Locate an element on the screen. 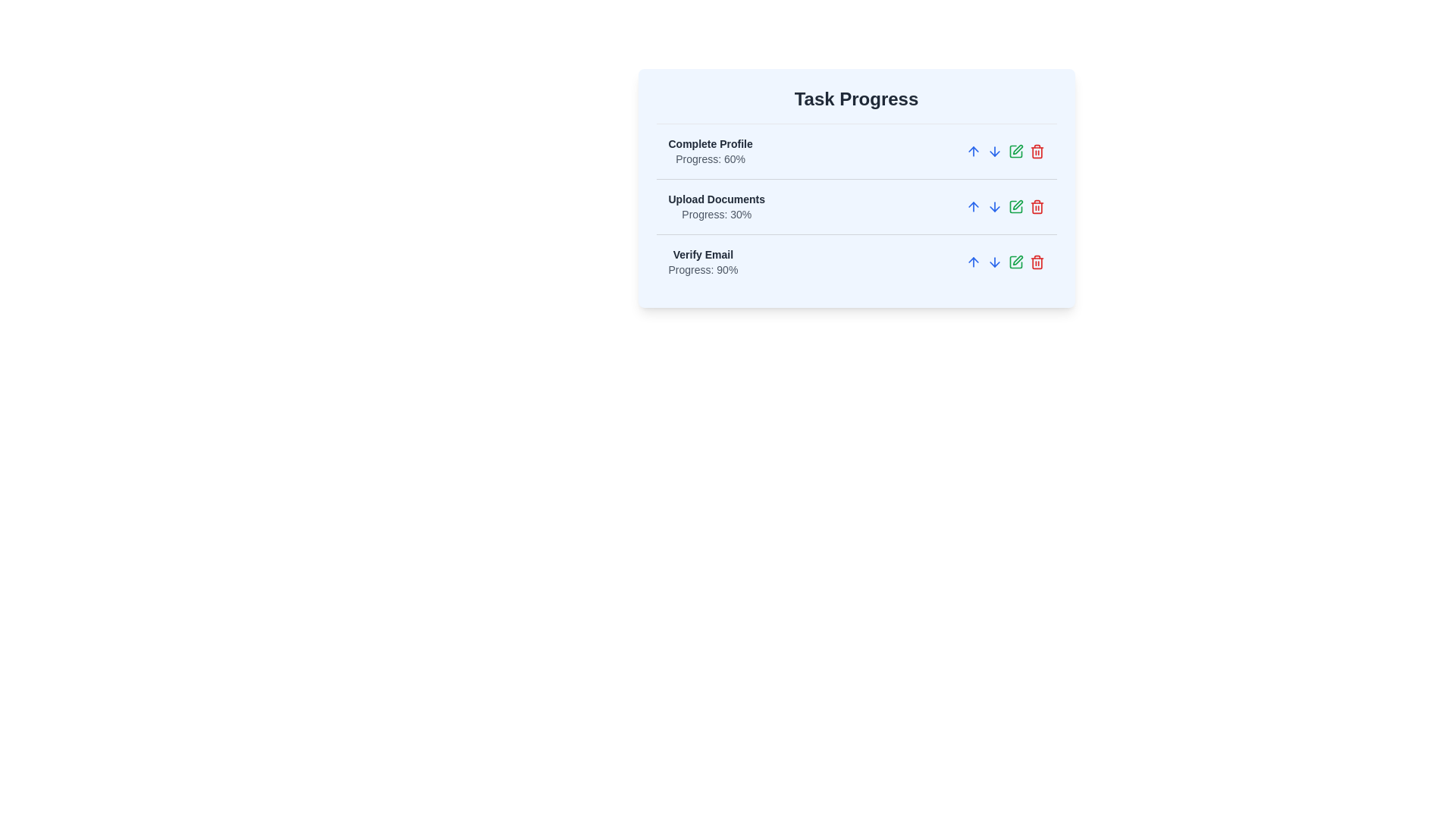 This screenshot has width=1456, height=819. the third interactive icon to the right in the horizontal sequence of action buttons for 'Upload Documents' is located at coordinates (1015, 207).